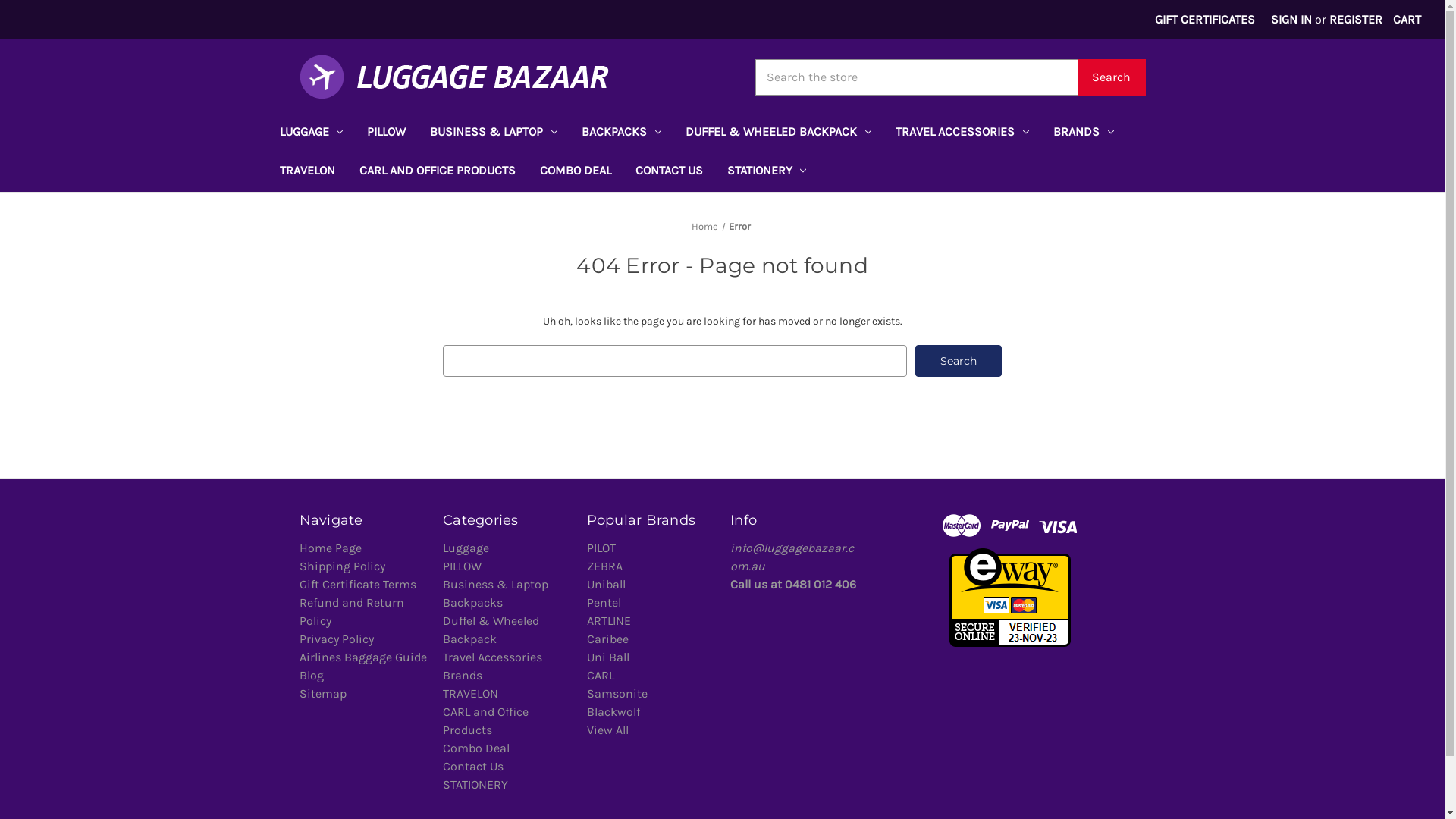  What do you see at coordinates (957, 360) in the screenshot?
I see `'Search'` at bounding box center [957, 360].